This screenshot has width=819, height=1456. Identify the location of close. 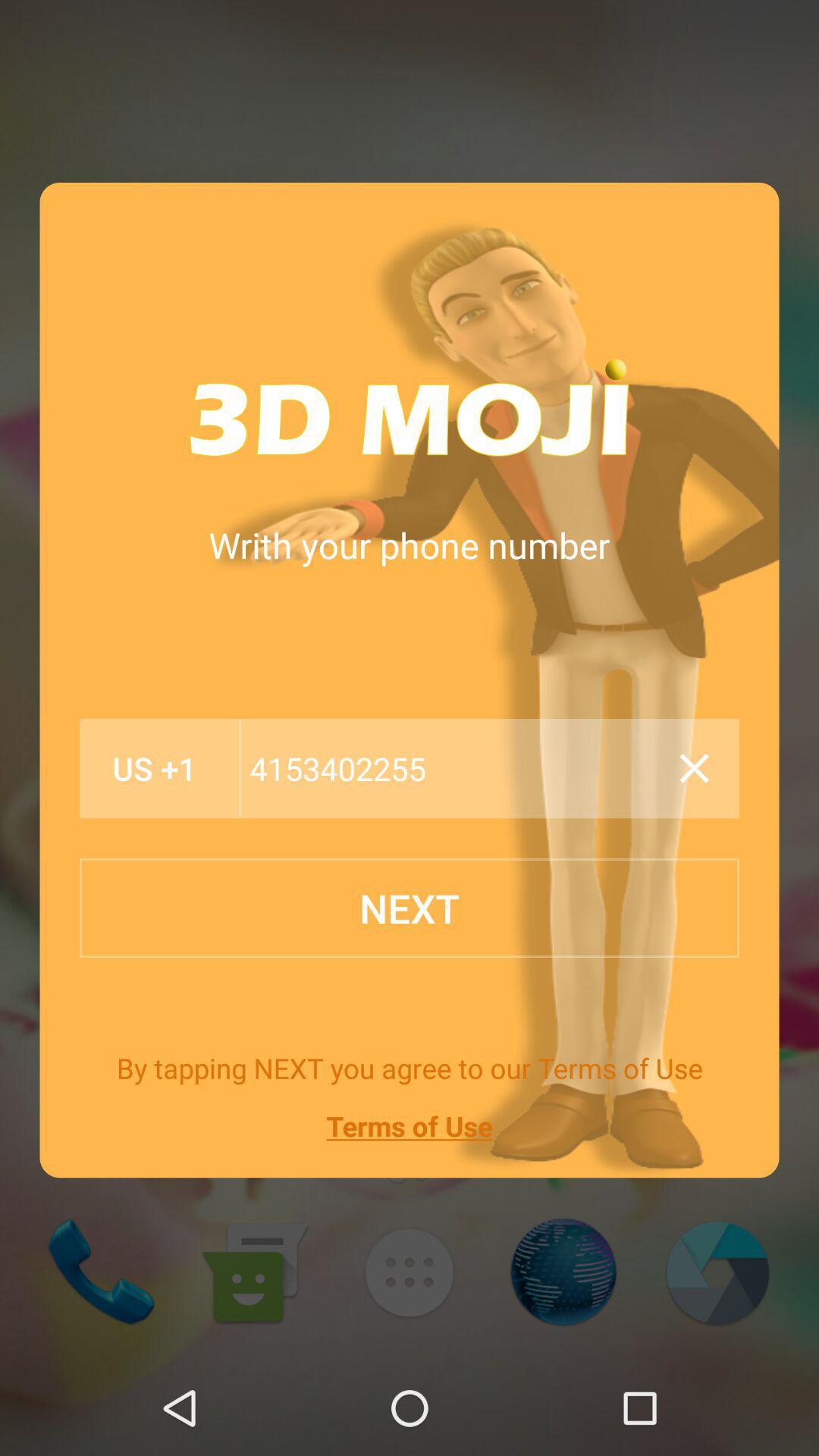
(694, 768).